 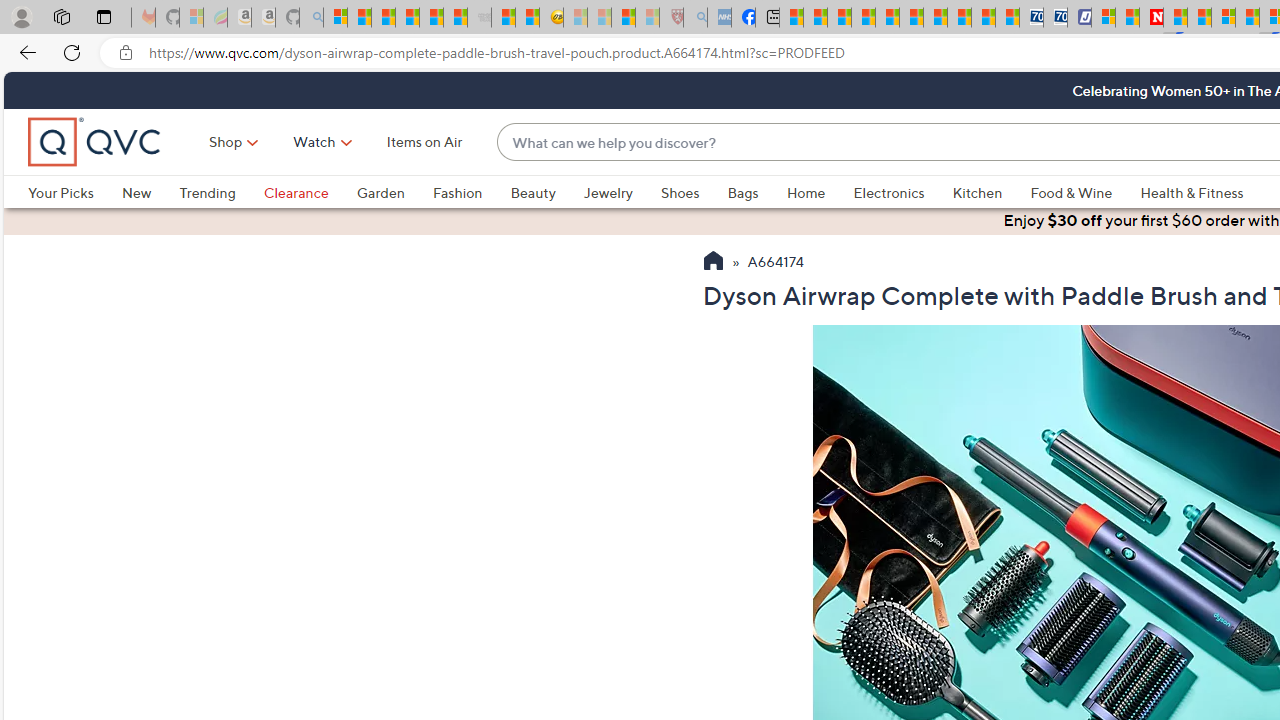 I want to click on 'New', so click(x=135, y=192).